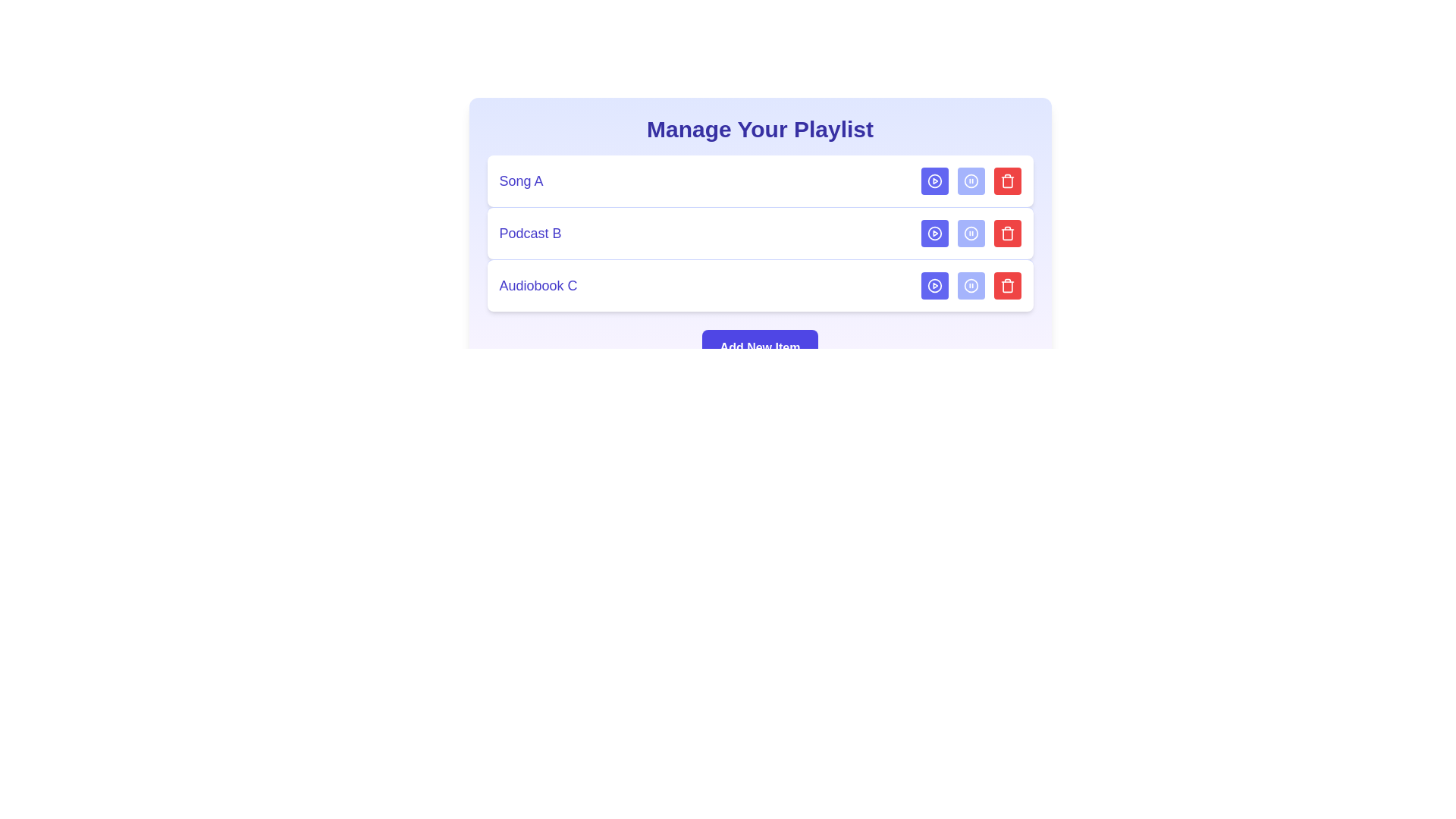  Describe the element at coordinates (1007, 234) in the screenshot. I see `the delete button for the media item Podcast B` at that location.